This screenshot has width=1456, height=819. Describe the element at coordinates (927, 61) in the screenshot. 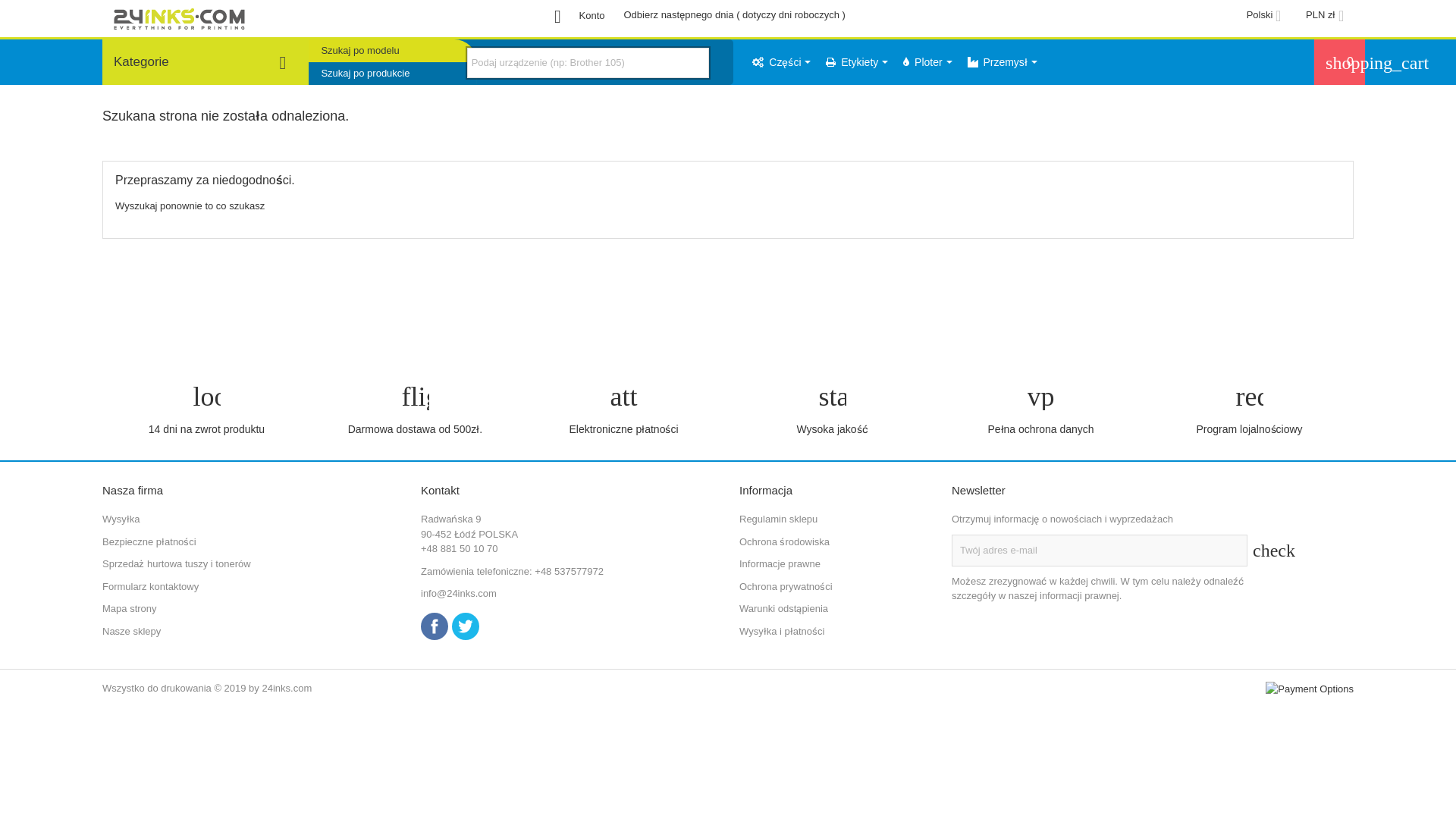

I see `'Ploter'` at that location.